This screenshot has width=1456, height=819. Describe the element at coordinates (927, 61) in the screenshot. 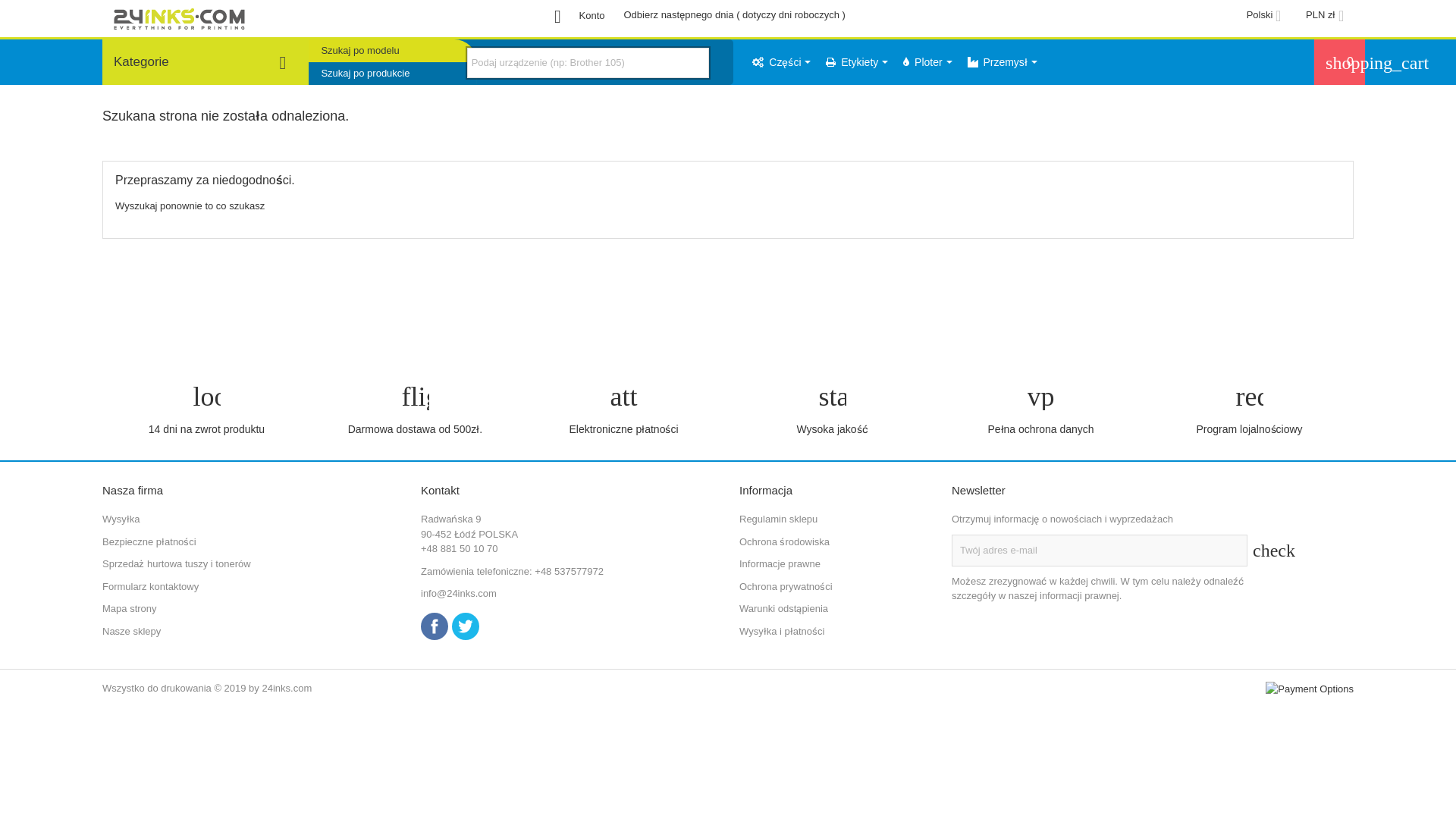

I see `'Ploter'` at that location.